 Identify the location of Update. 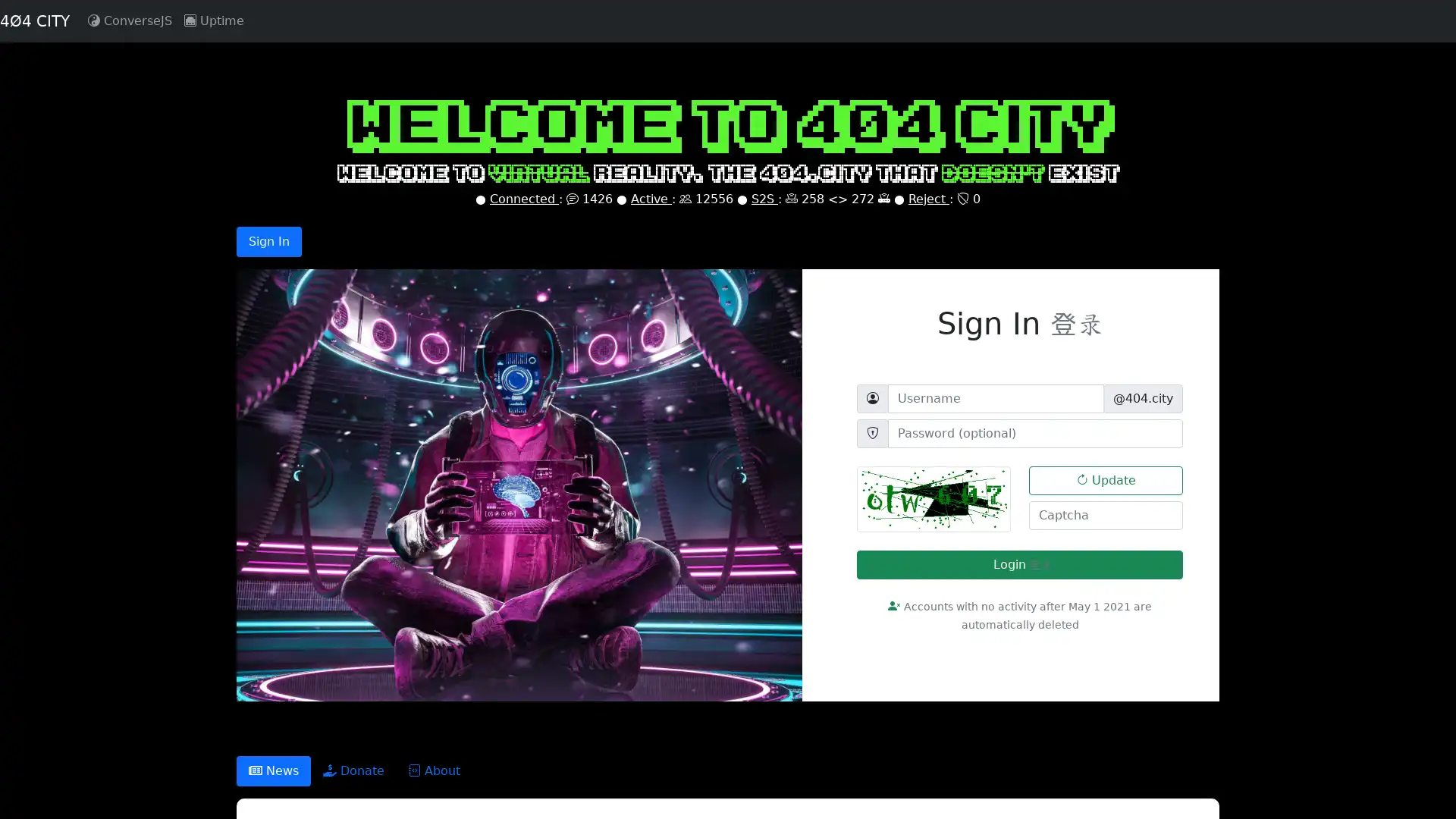
(1106, 480).